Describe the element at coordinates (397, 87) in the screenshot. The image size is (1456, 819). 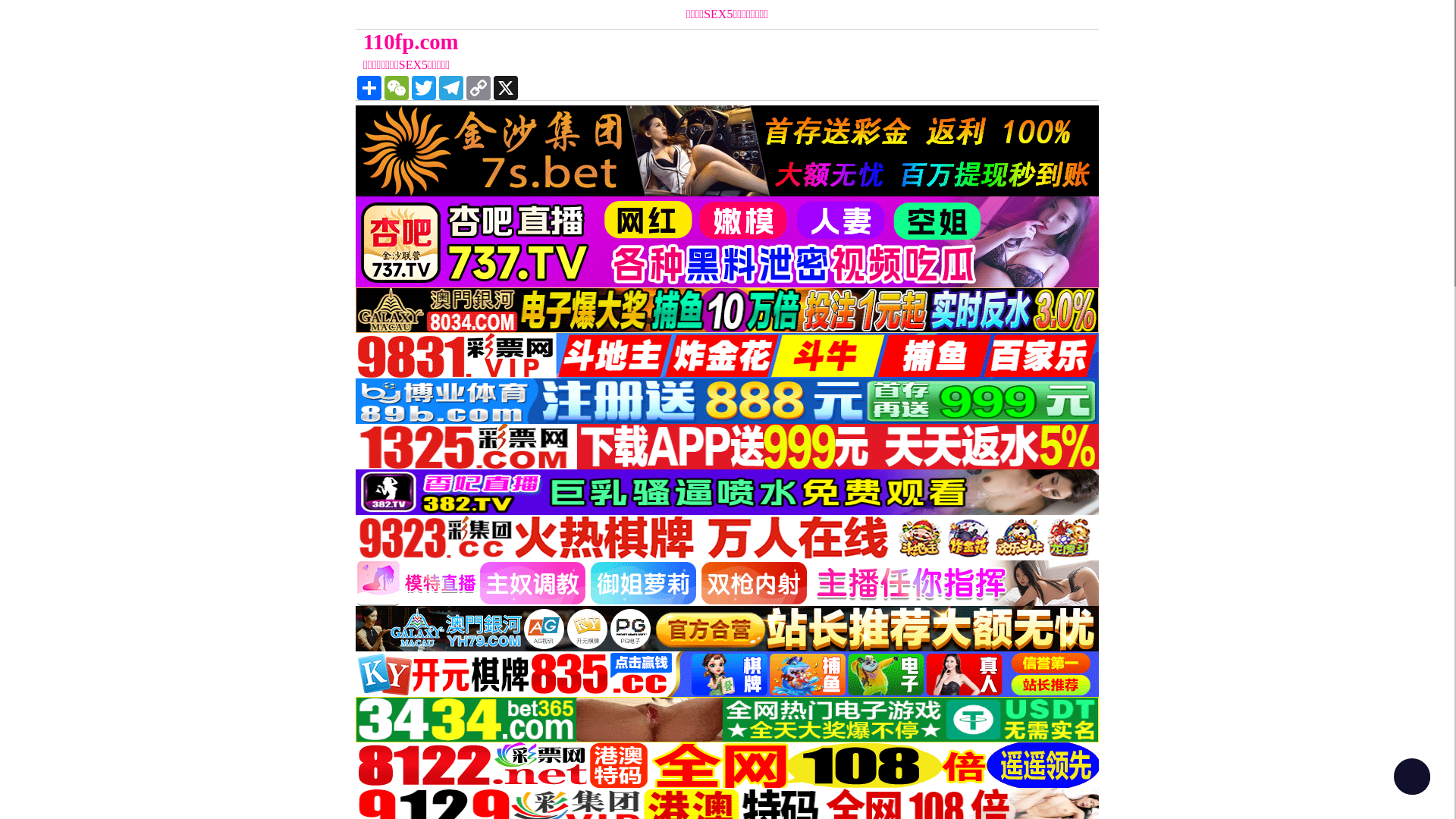
I see `'WeChat'` at that location.